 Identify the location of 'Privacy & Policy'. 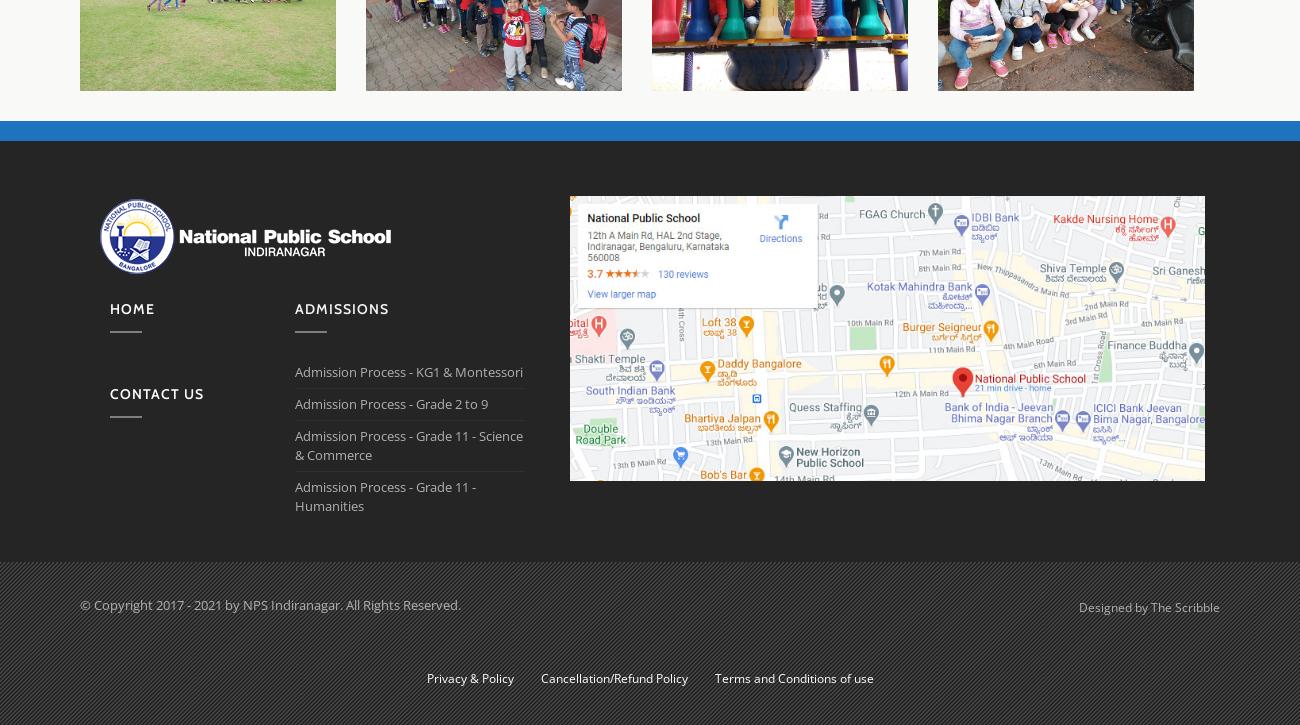
(468, 677).